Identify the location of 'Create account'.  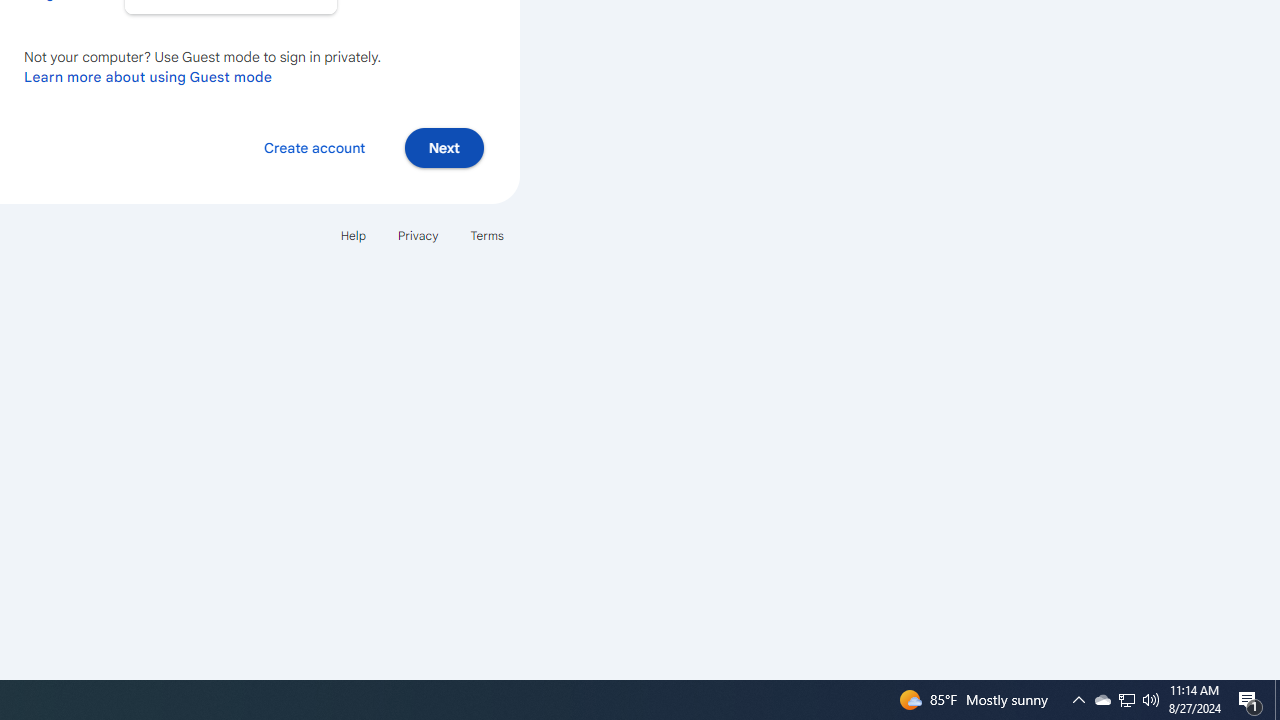
(313, 146).